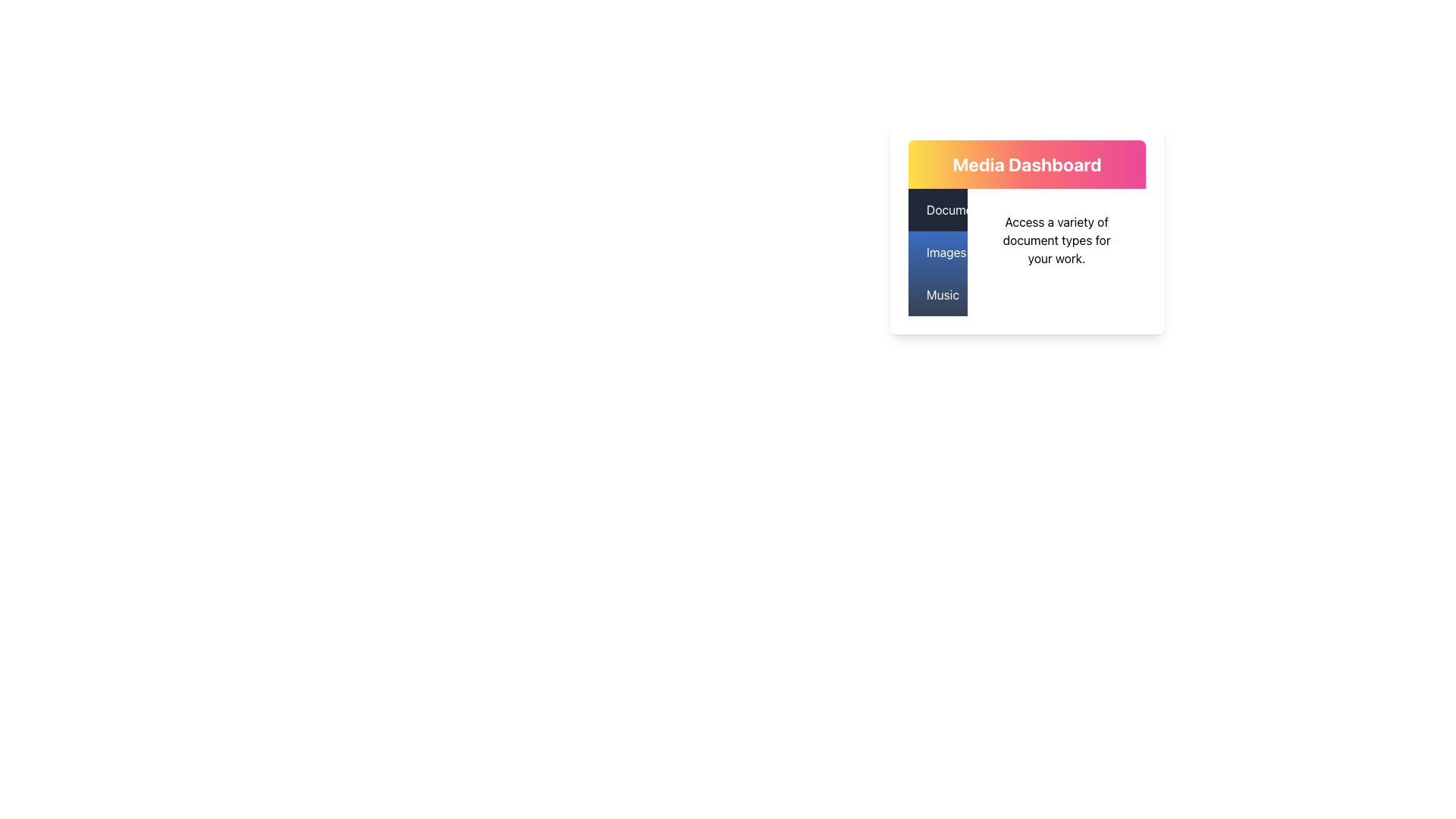  Describe the element at coordinates (946, 251) in the screenshot. I see `the 'Images' text label in the vertical navigation menu` at that location.